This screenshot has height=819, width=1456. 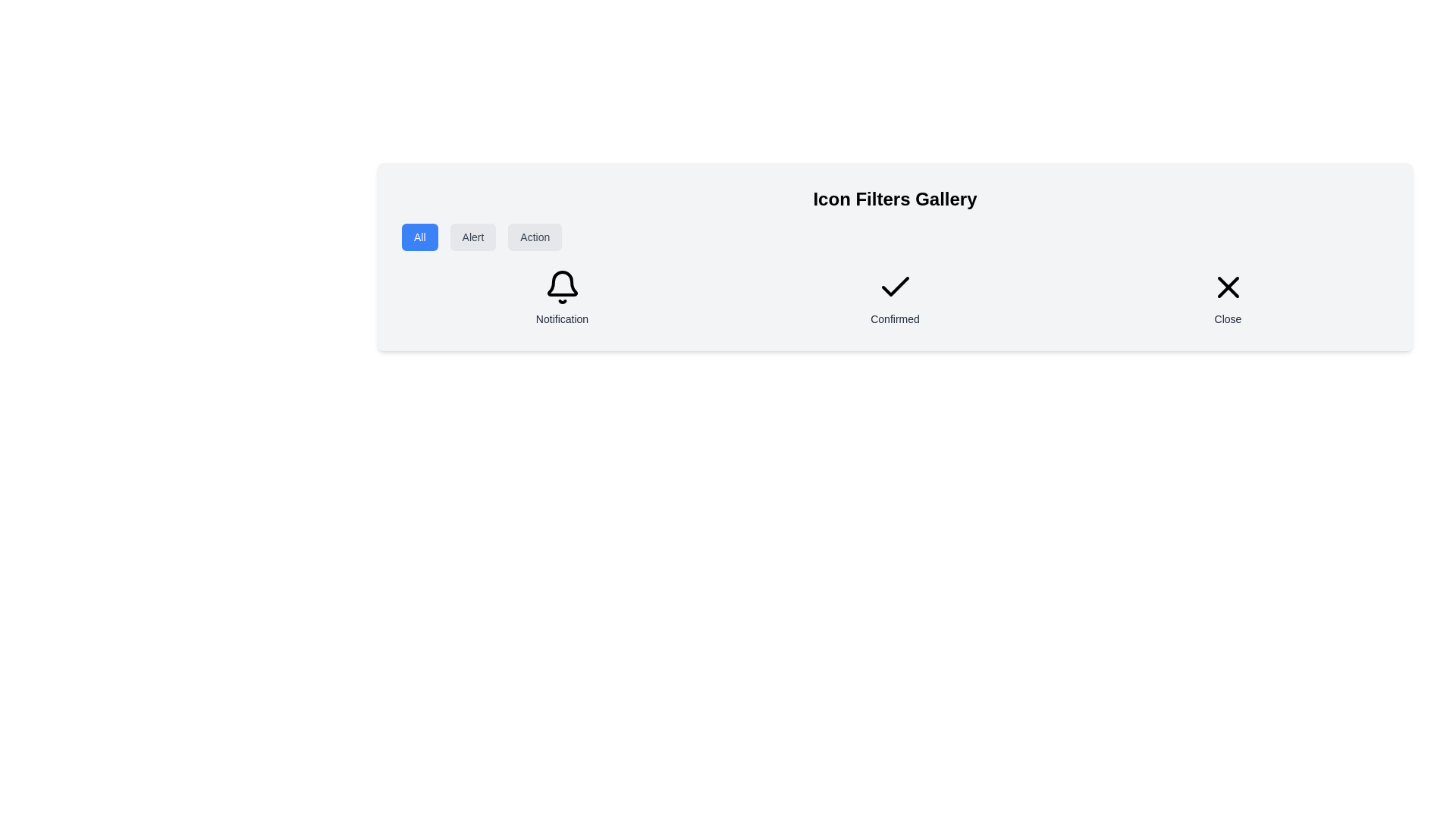 What do you see at coordinates (472, 237) in the screenshot?
I see `the 'Alert' button, which is a rectangular button with rounded corners, light gray background, and dark gray text, located in the upper-left region of the interface below the title` at bounding box center [472, 237].